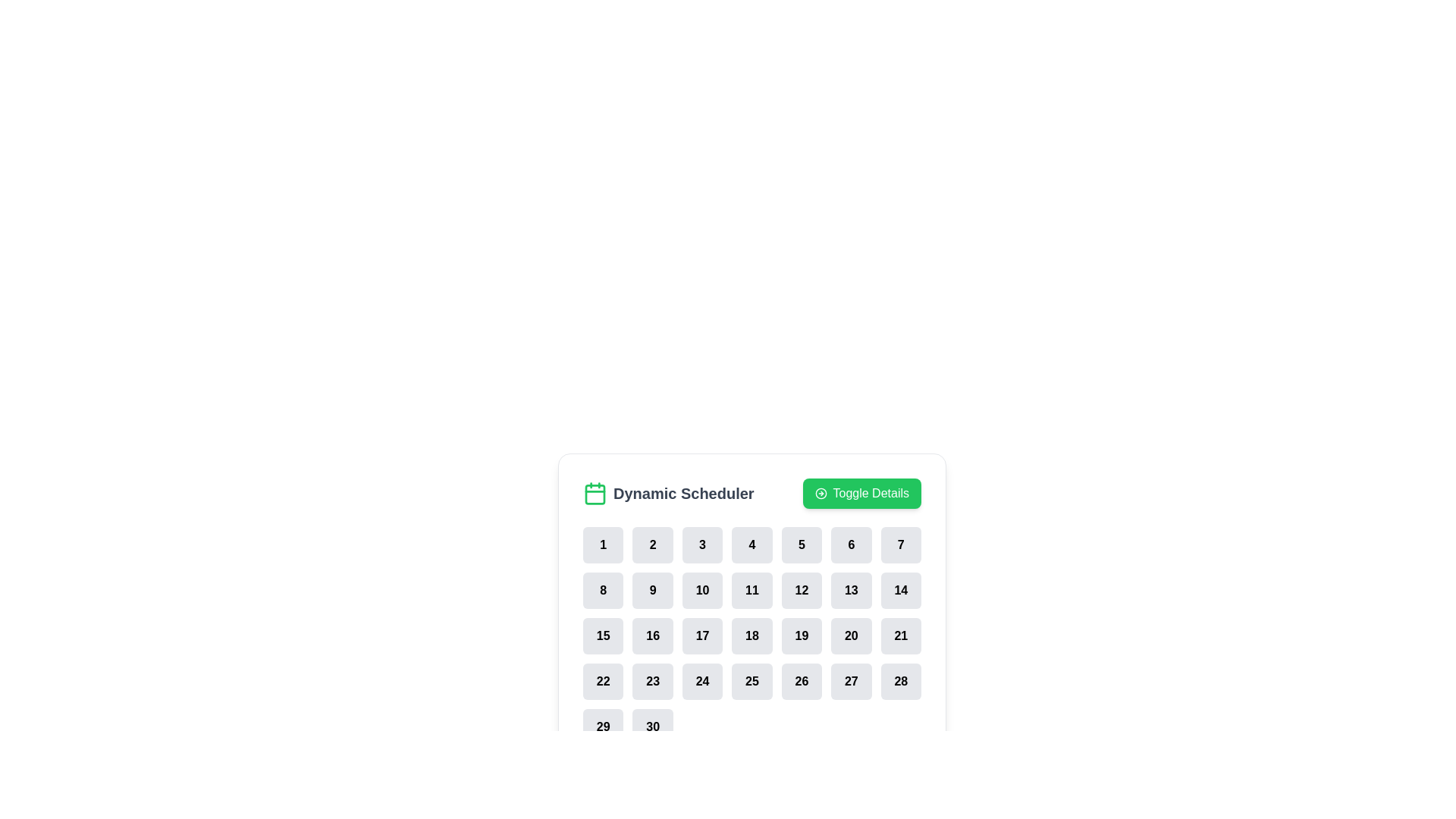 The height and width of the screenshot is (819, 1456). What do you see at coordinates (682, 494) in the screenshot?
I see `the 'Dynamic Scheduler' text label element, which is displayed in bold, large font and is located to the right of a green calendar icon` at bounding box center [682, 494].